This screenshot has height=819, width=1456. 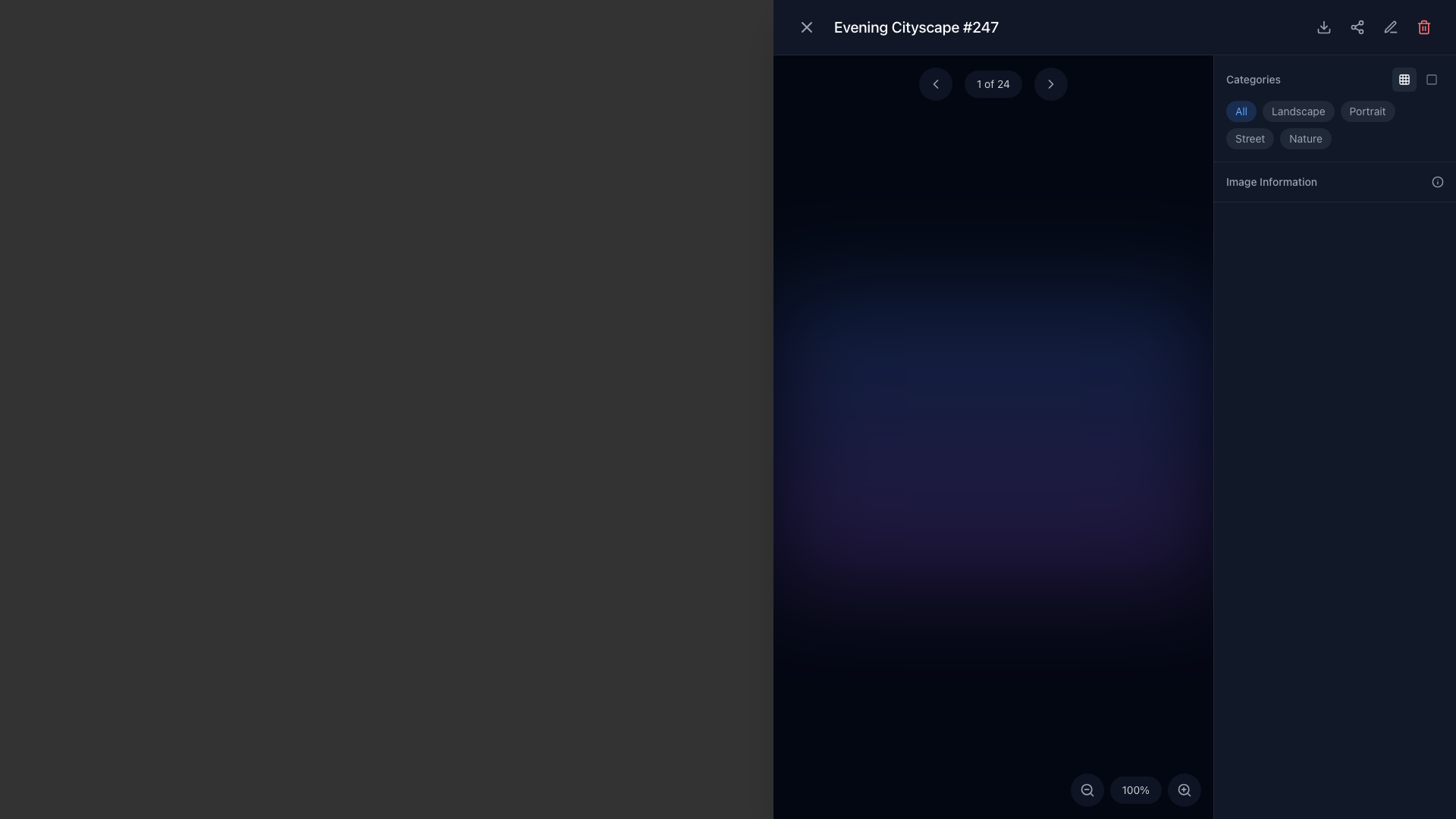 I want to click on the rounded gray button with a downward arrow icon in the upper-right section of the interface to change its background color, so click(x=1323, y=27).